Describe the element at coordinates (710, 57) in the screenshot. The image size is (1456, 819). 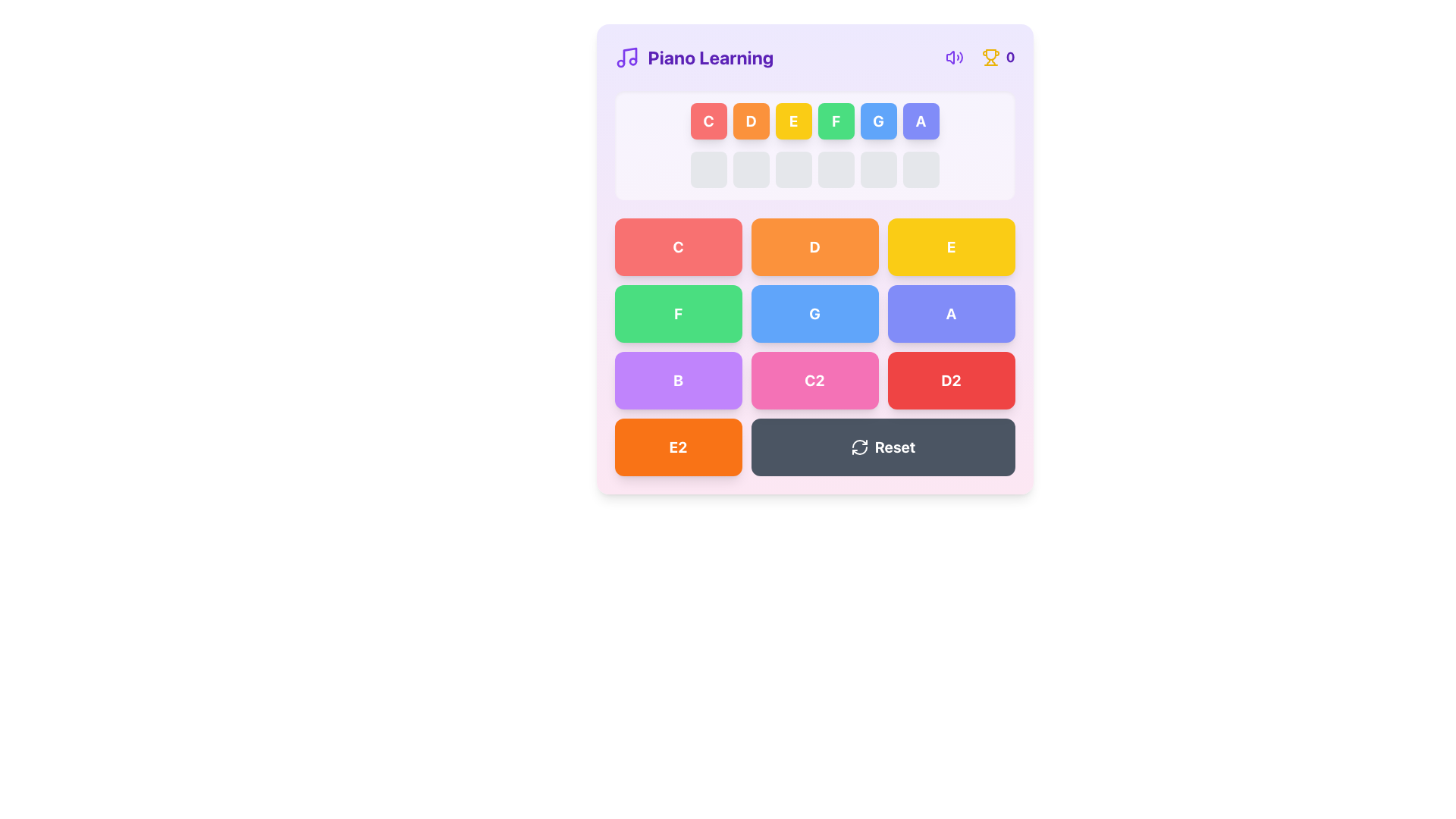
I see `the 'Piano Learning' text label, which is styled in bold and large-sized violet font, located towards the top-left corner of the interface` at that location.